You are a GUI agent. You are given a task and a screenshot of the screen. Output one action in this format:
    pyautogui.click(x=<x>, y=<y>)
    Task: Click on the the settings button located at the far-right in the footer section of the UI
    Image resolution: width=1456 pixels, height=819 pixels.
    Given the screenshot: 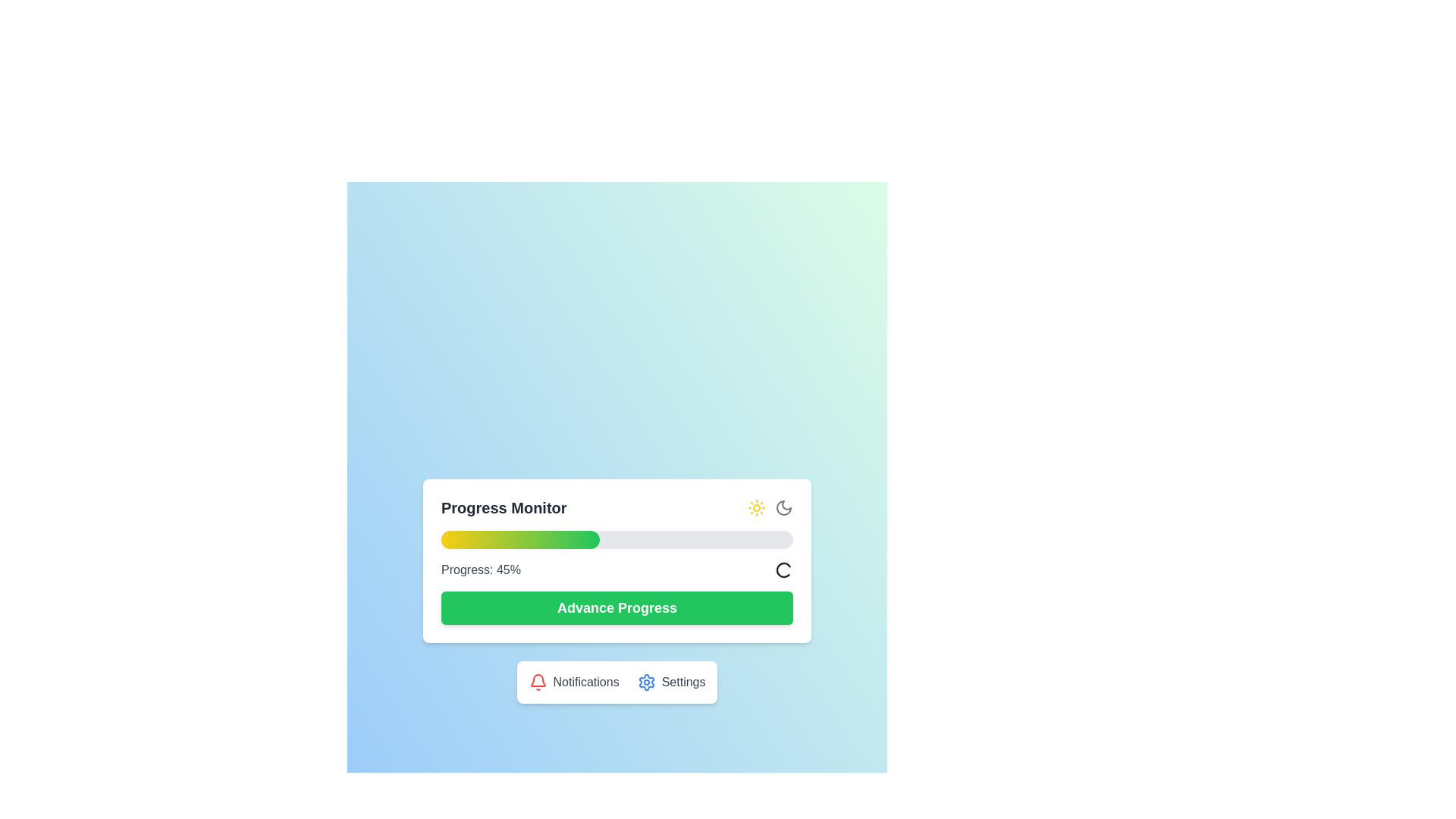 What is the action you would take?
    pyautogui.click(x=646, y=681)
    